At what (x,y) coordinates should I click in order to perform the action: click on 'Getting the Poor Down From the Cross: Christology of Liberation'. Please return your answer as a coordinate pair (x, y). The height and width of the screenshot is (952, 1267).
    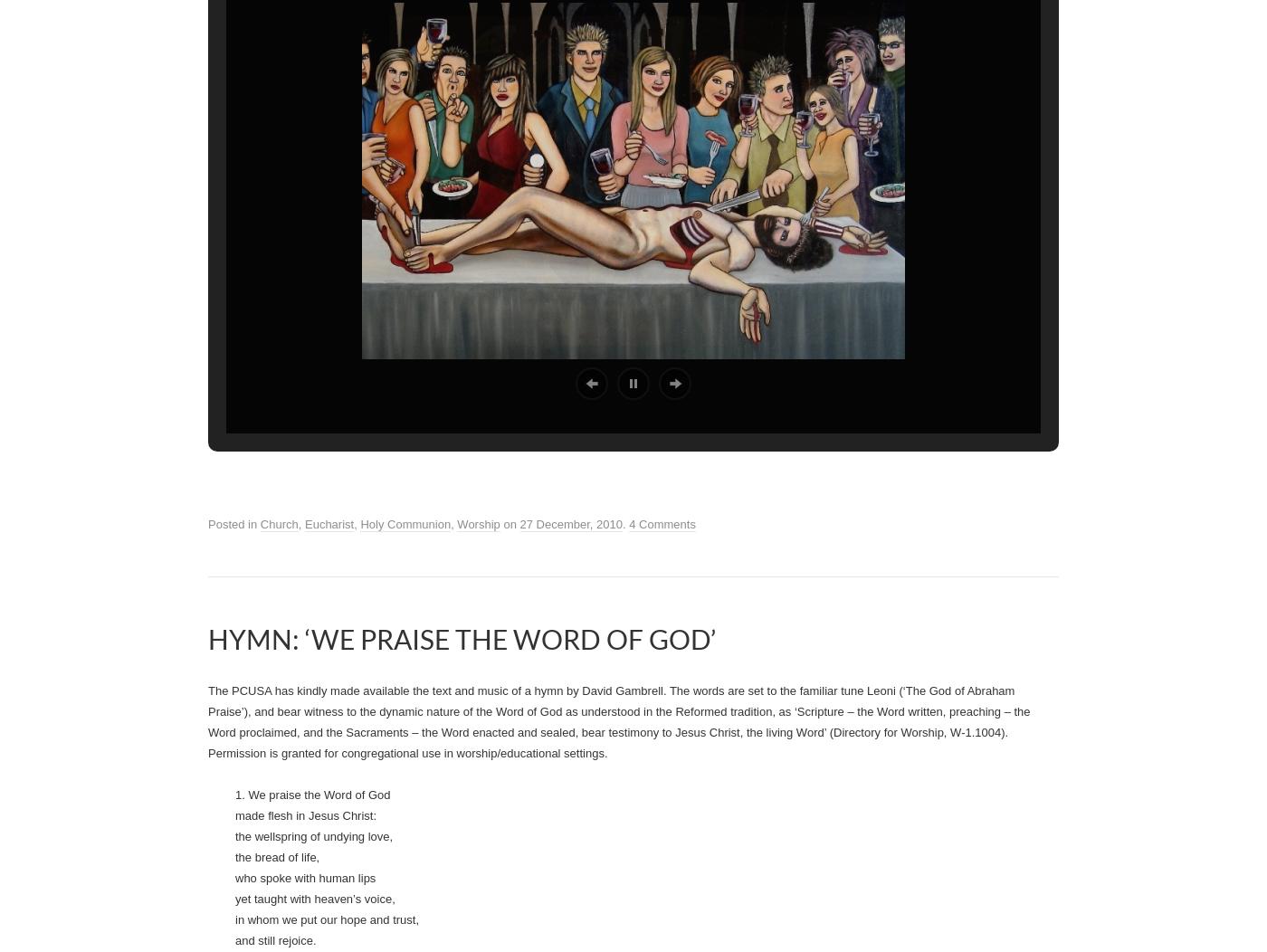
    Looking at the image, I should click on (748, 71).